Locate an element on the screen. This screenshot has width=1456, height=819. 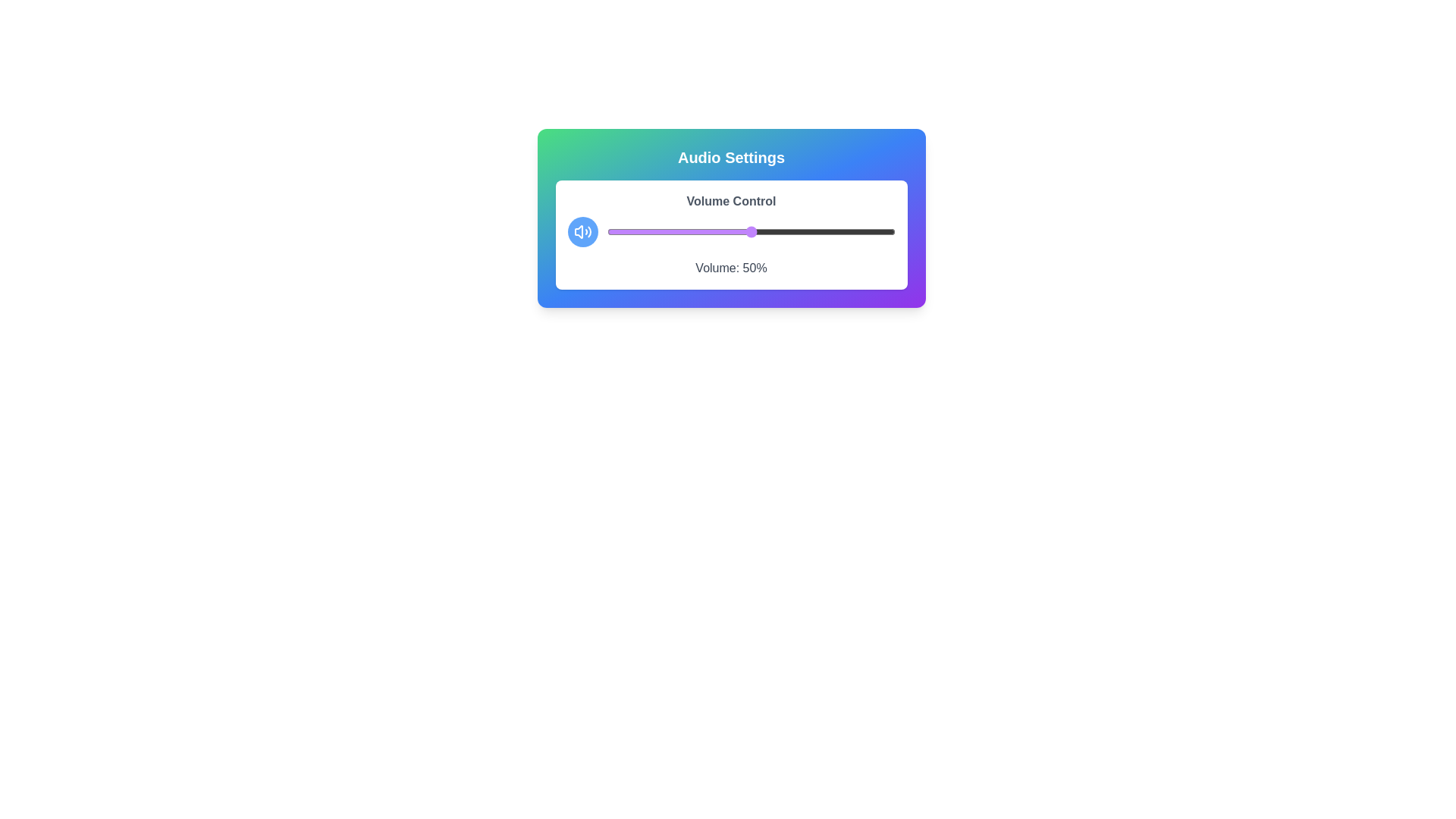
the leftmost sound volume level icon within the audio settings card is located at coordinates (578, 231).